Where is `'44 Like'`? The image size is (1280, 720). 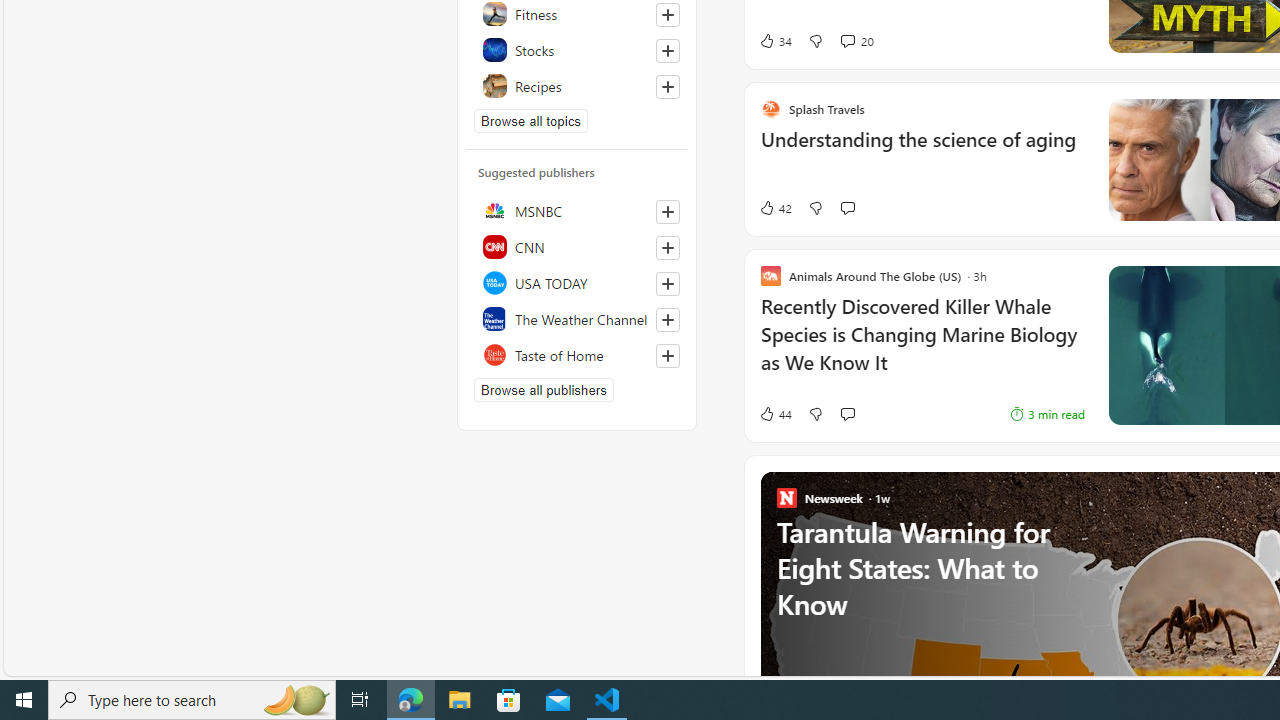 '44 Like' is located at coordinates (752, 413).